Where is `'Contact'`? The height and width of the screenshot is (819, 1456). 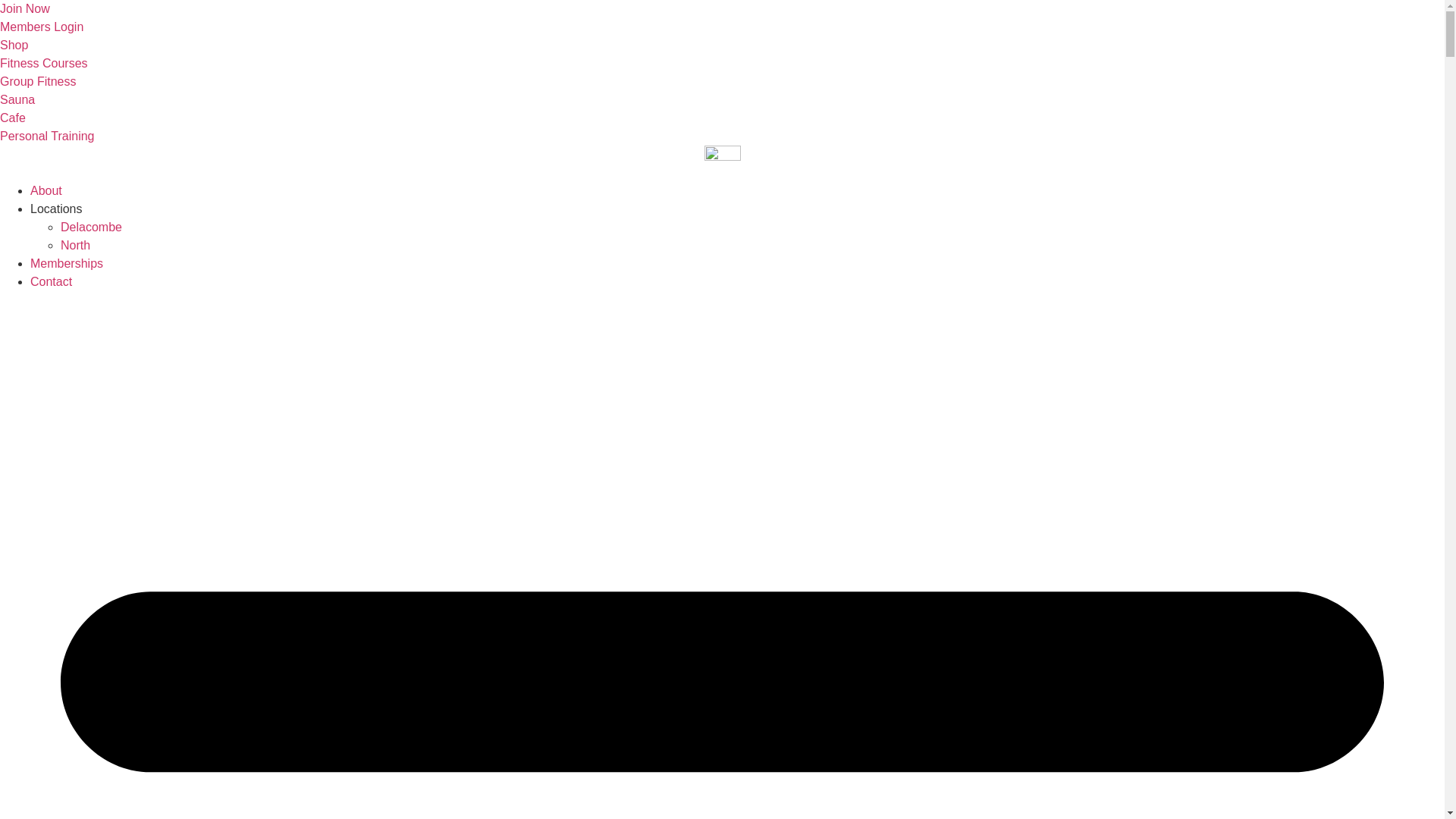
'Contact' is located at coordinates (51, 281).